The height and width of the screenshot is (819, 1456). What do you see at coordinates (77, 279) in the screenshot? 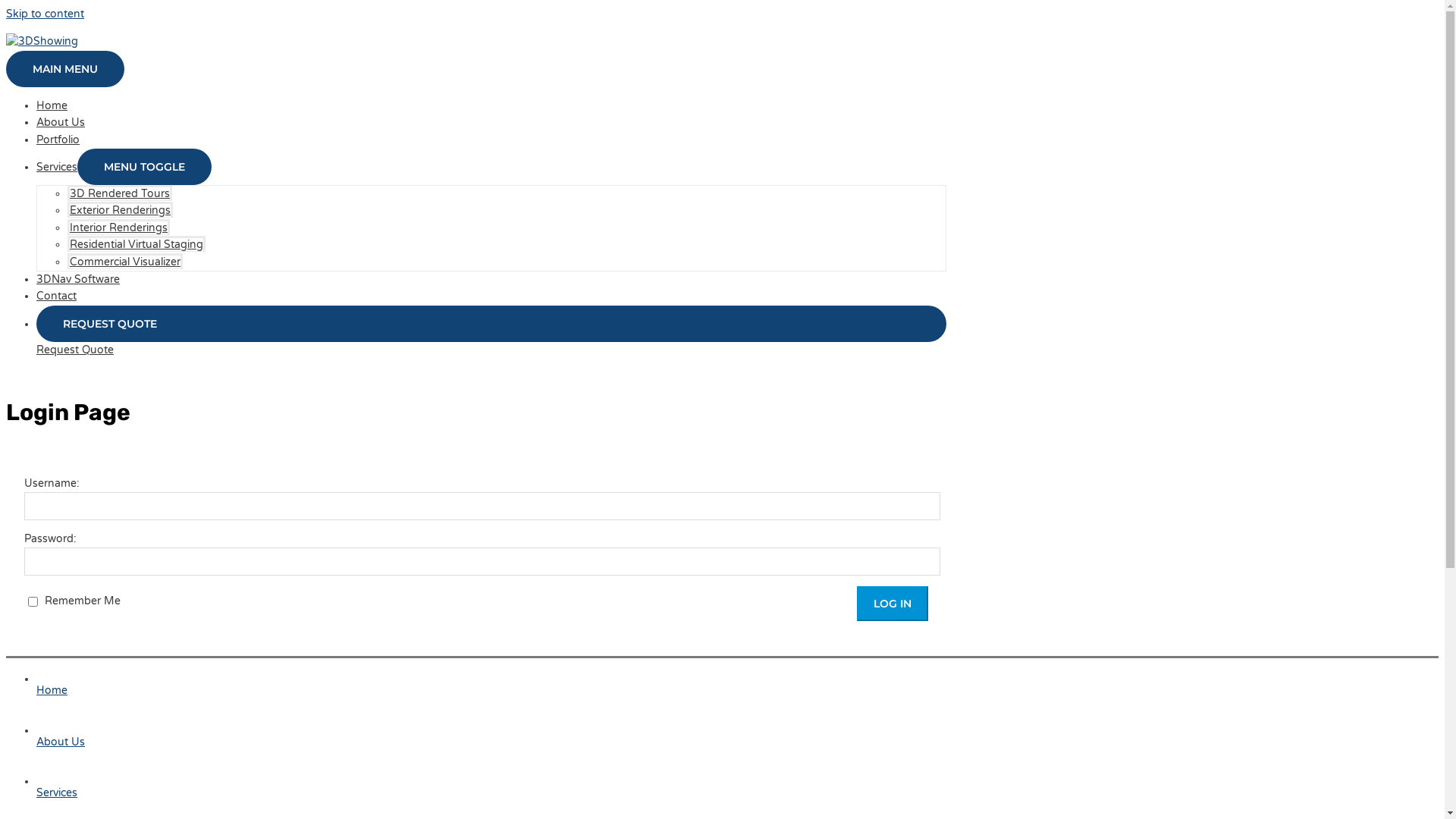
I see `'3DNav Software'` at bounding box center [77, 279].